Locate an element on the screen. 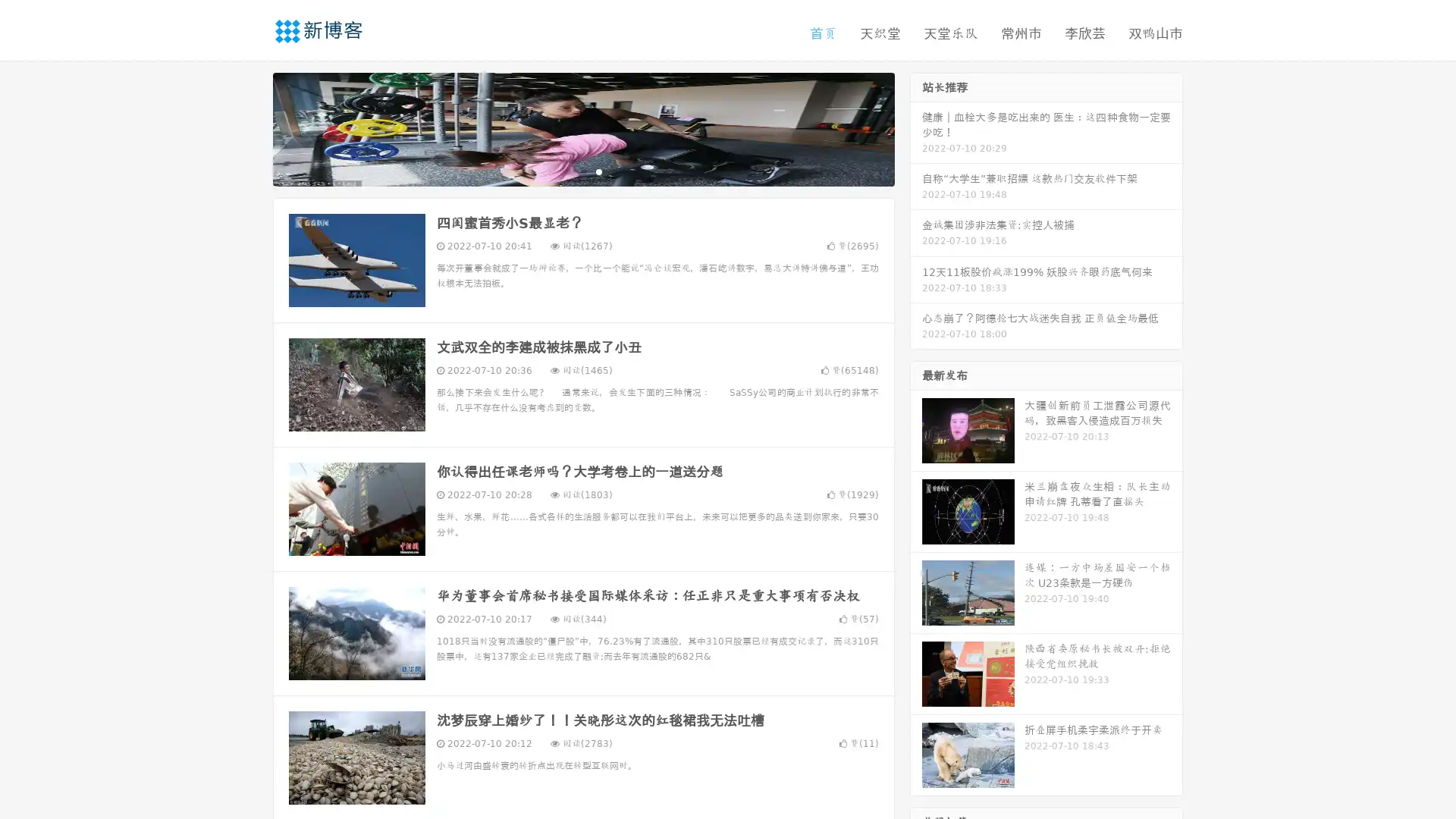  Go to slide 2 is located at coordinates (582, 171).